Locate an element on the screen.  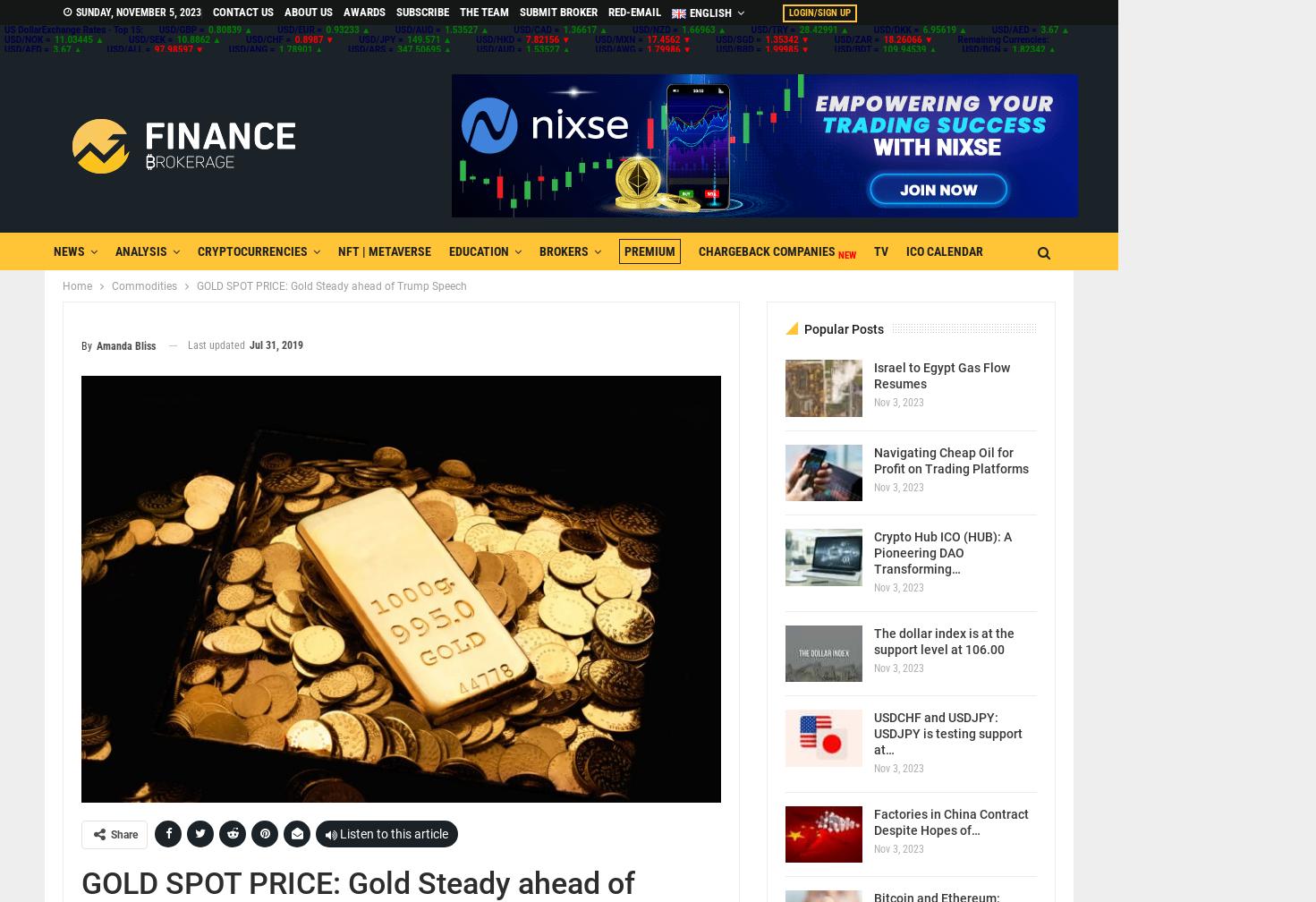
'Brokers' is located at coordinates (563, 251).